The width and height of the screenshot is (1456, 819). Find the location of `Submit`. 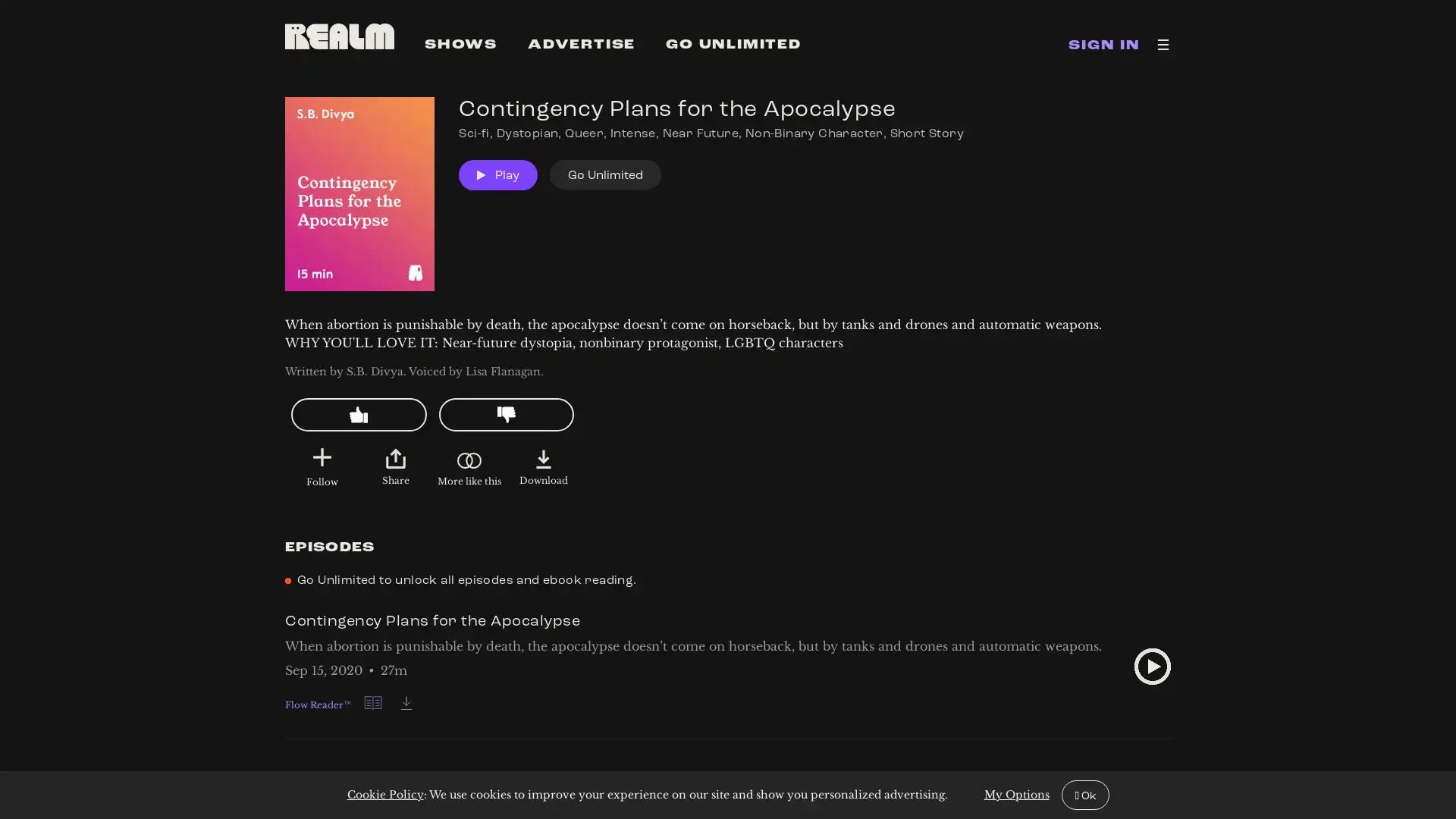

Submit is located at coordinates (320, 458).